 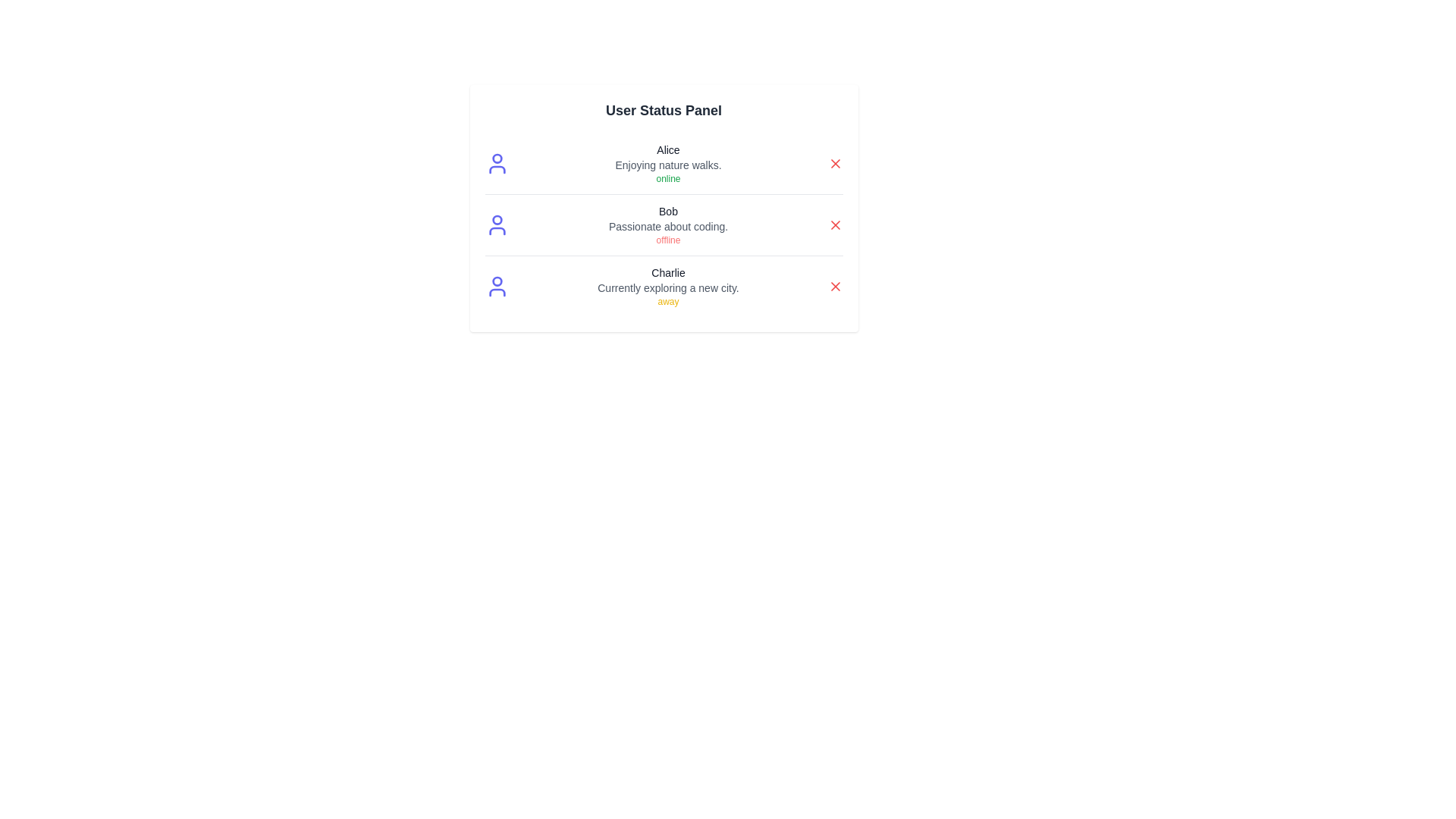 What do you see at coordinates (667, 225) in the screenshot?
I see `information displayed in the user's profile or status entry located in the middle row of the 'User Status Panel', which is aligned center-right and contains the user's name, personal note, and current status` at bounding box center [667, 225].